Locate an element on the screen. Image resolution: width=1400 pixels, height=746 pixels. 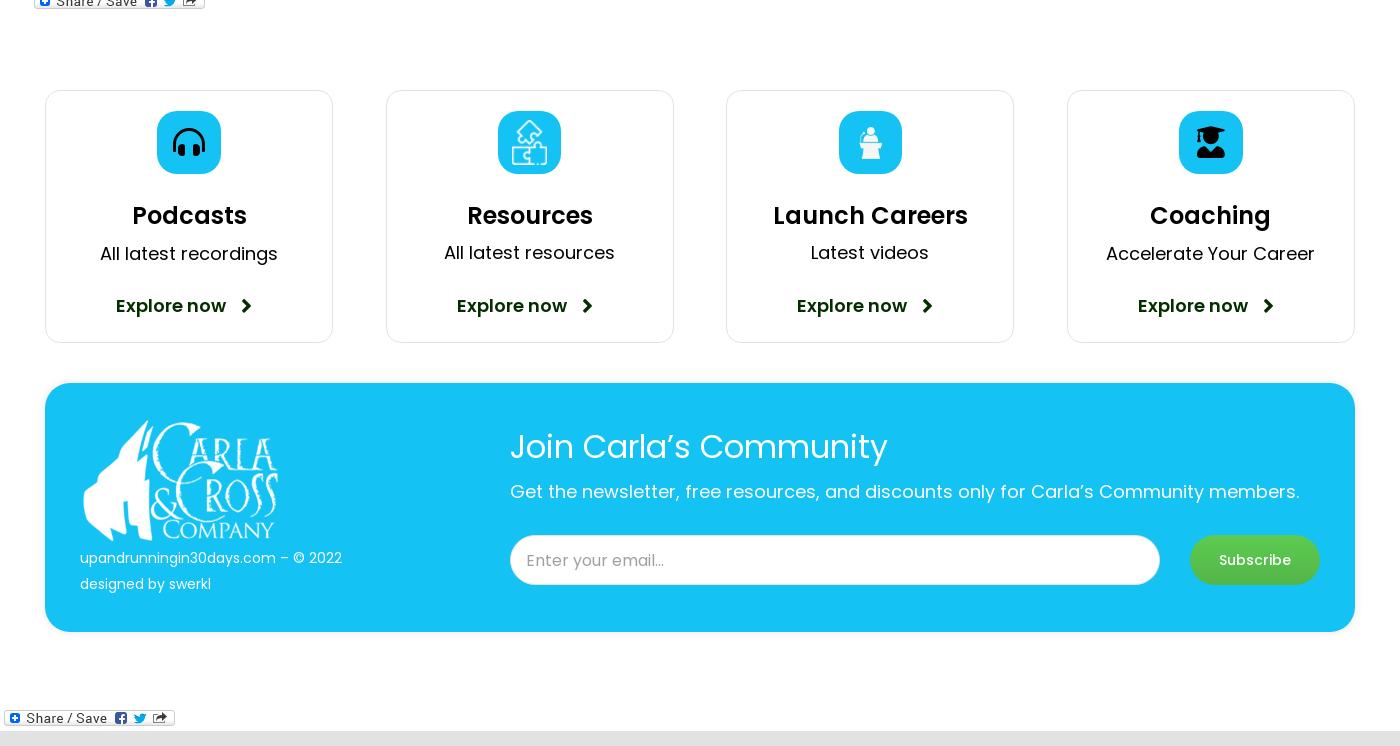
'Coaching' is located at coordinates (1149, 214).